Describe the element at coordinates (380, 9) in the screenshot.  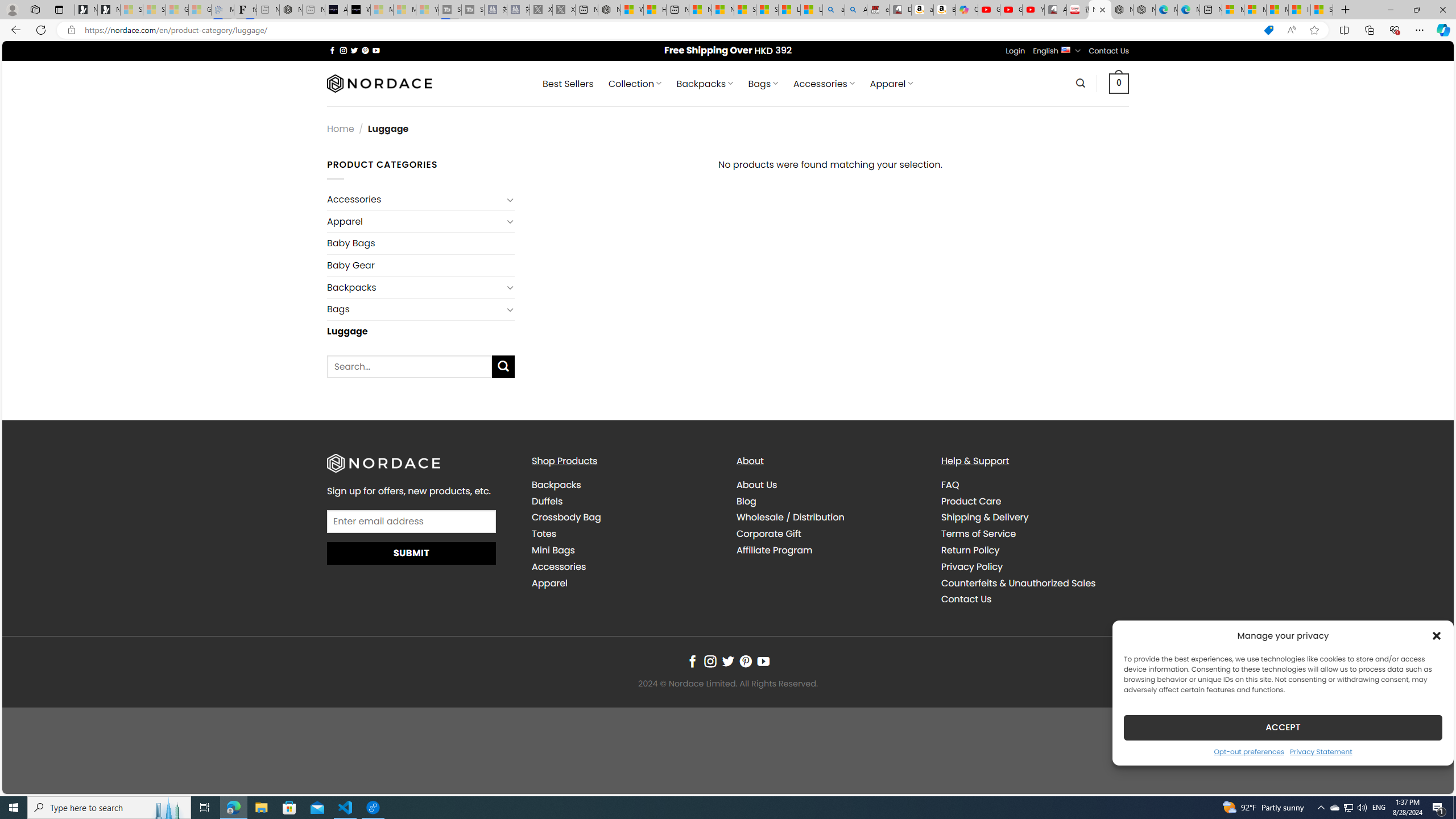
I see `'Microsoft Start Sports - Sleeping'` at that location.